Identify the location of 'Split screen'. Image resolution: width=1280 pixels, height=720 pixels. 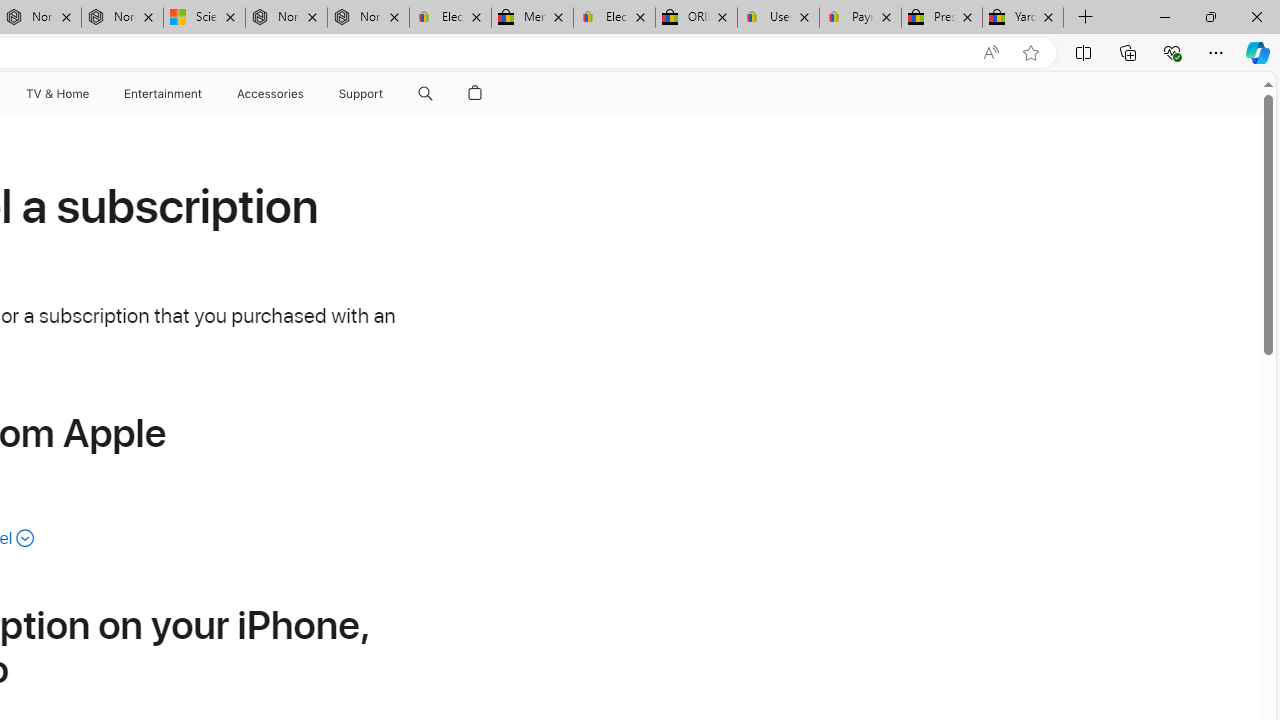
(1082, 51).